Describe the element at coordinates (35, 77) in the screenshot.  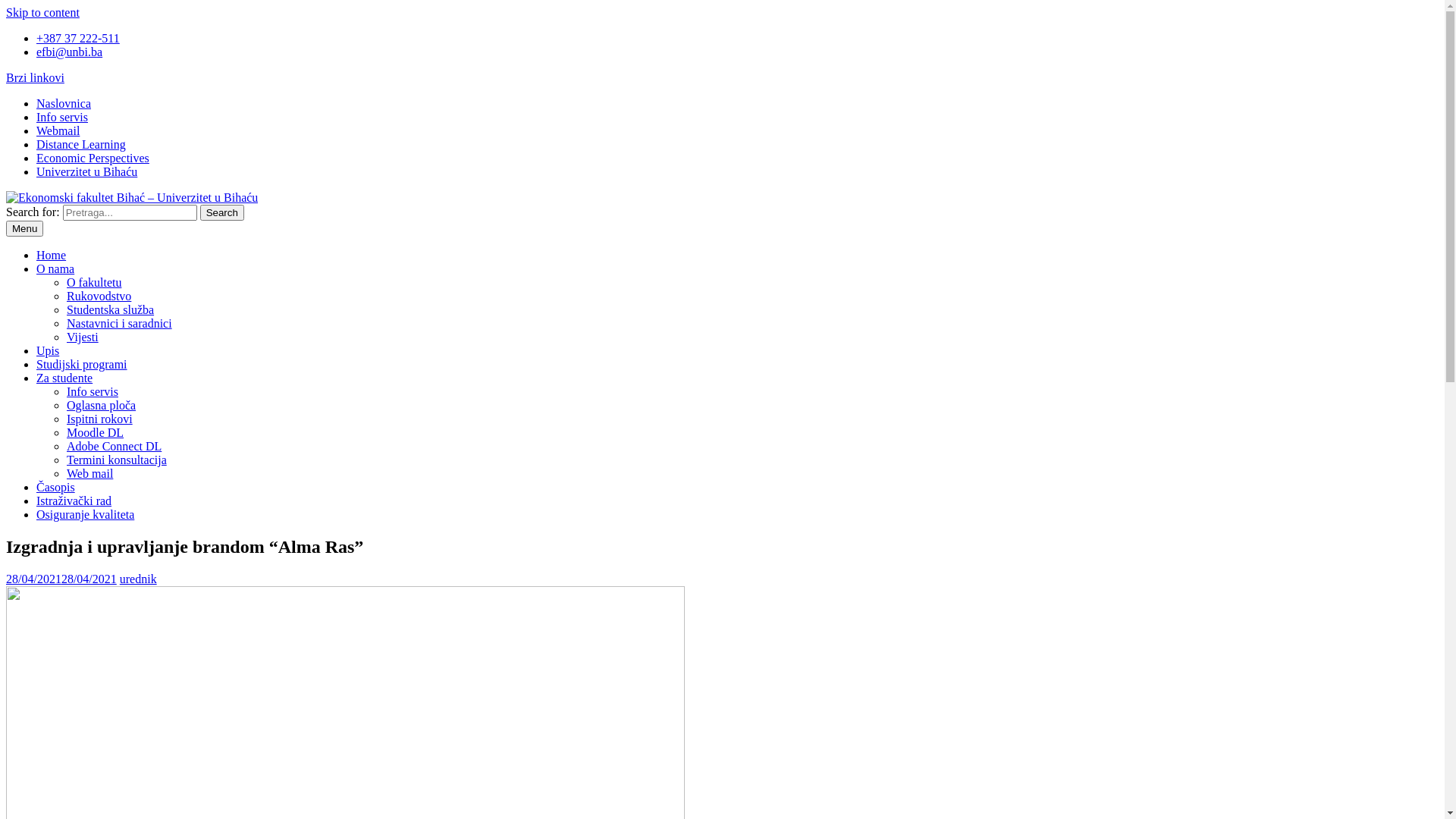
I see `'Brzi linkovi'` at that location.